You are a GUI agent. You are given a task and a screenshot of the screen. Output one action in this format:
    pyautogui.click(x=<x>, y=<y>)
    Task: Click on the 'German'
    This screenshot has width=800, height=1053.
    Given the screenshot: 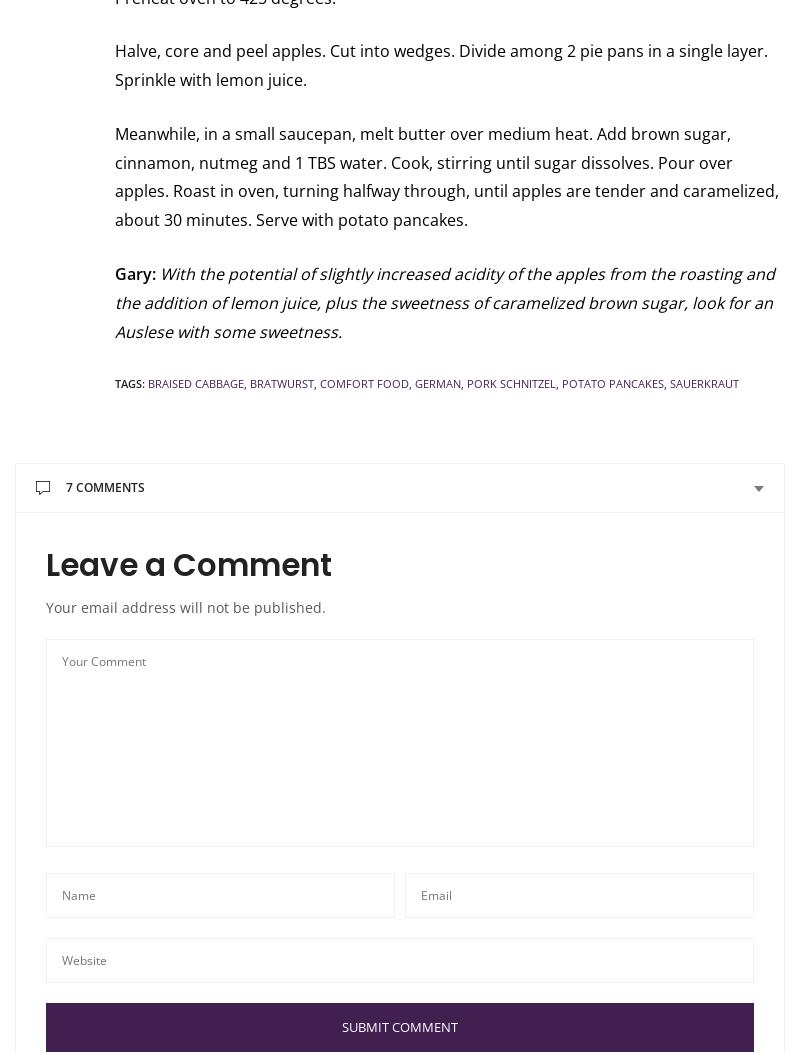 What is the action you would take?
    pyautogui.click(x=437, y=383)
    